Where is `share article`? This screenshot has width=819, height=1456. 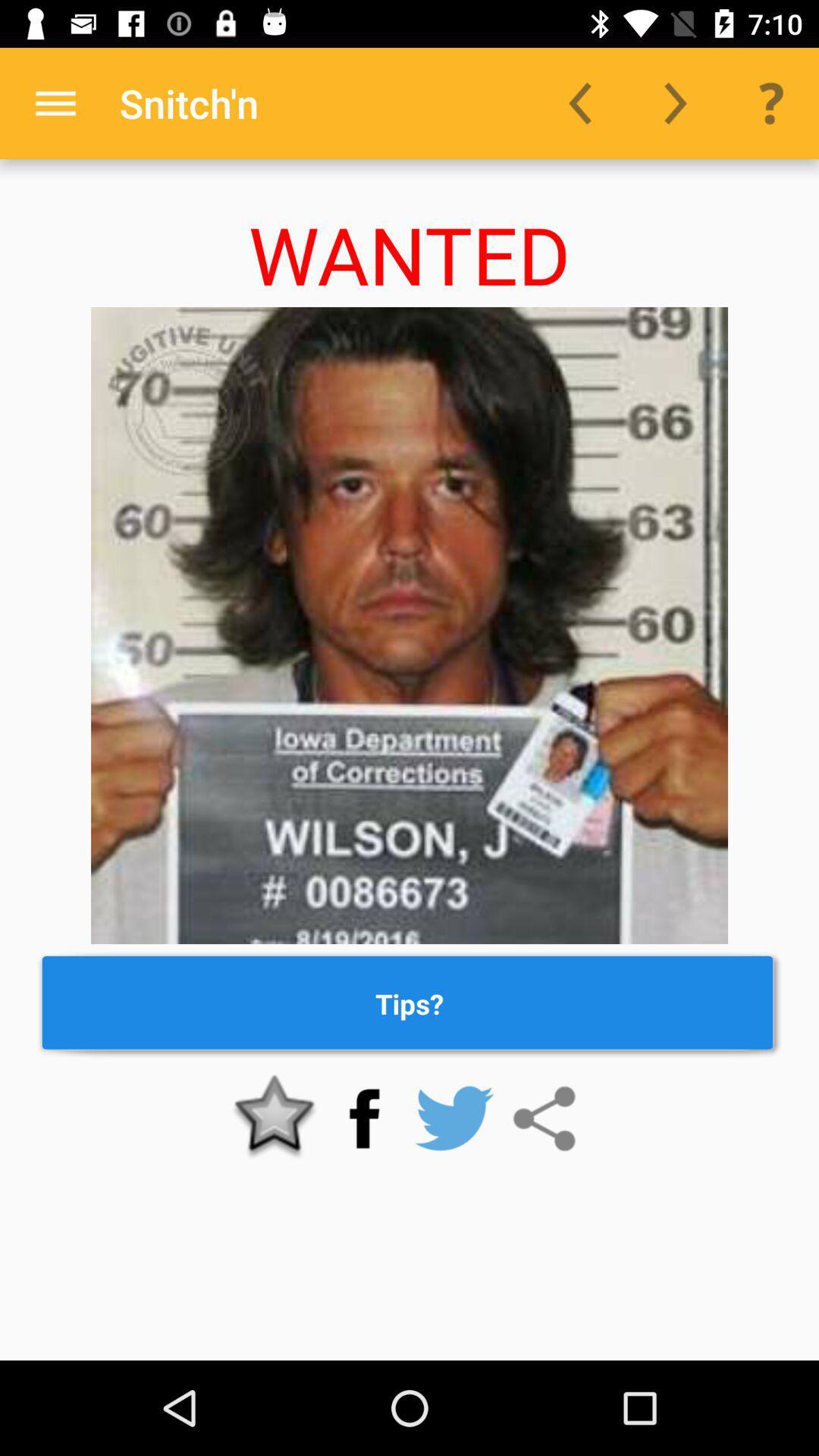
share article is located at coordinates (543, 1119).